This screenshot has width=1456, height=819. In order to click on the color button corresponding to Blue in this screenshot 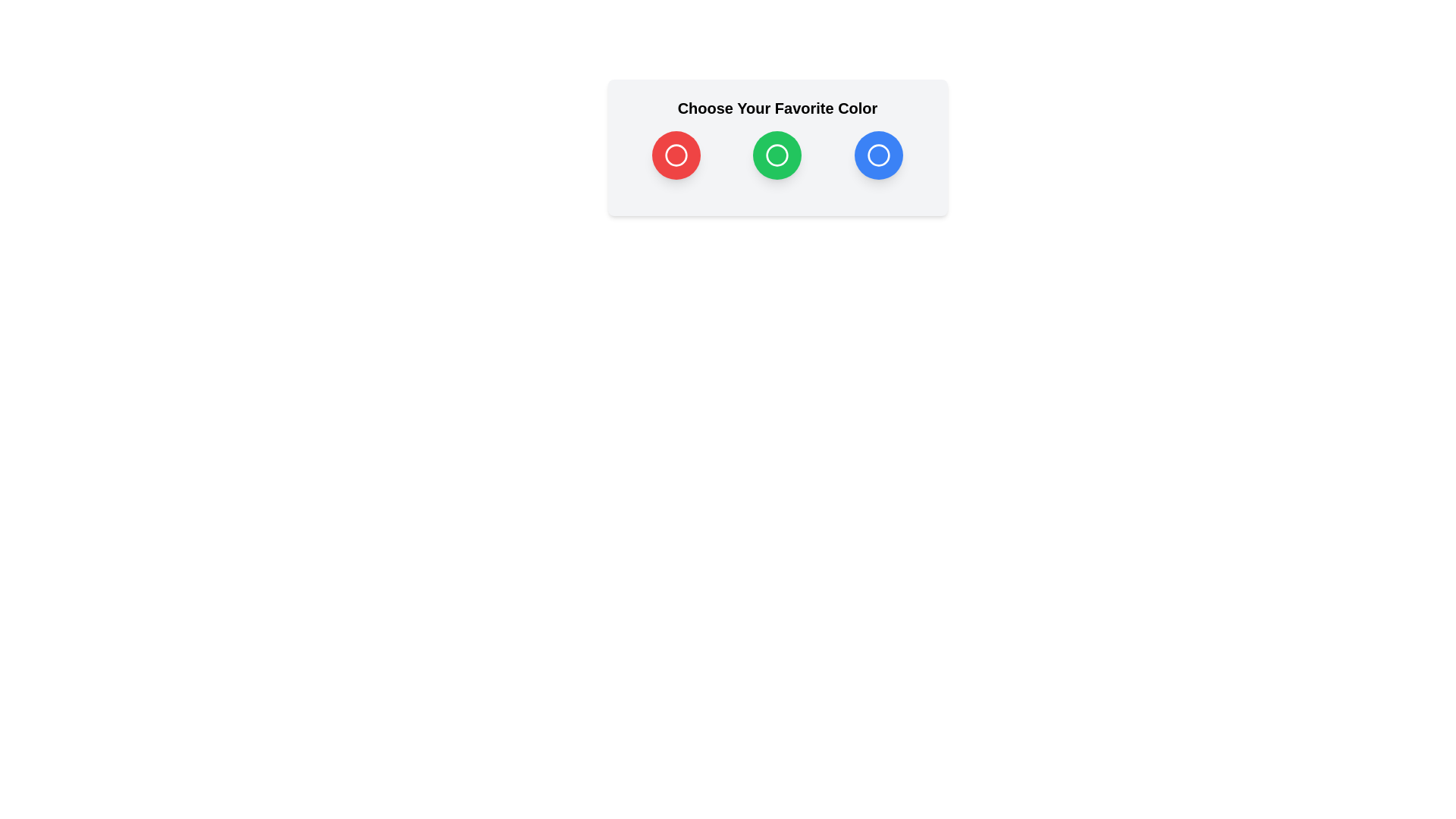, I will do `click(877, 155)`.